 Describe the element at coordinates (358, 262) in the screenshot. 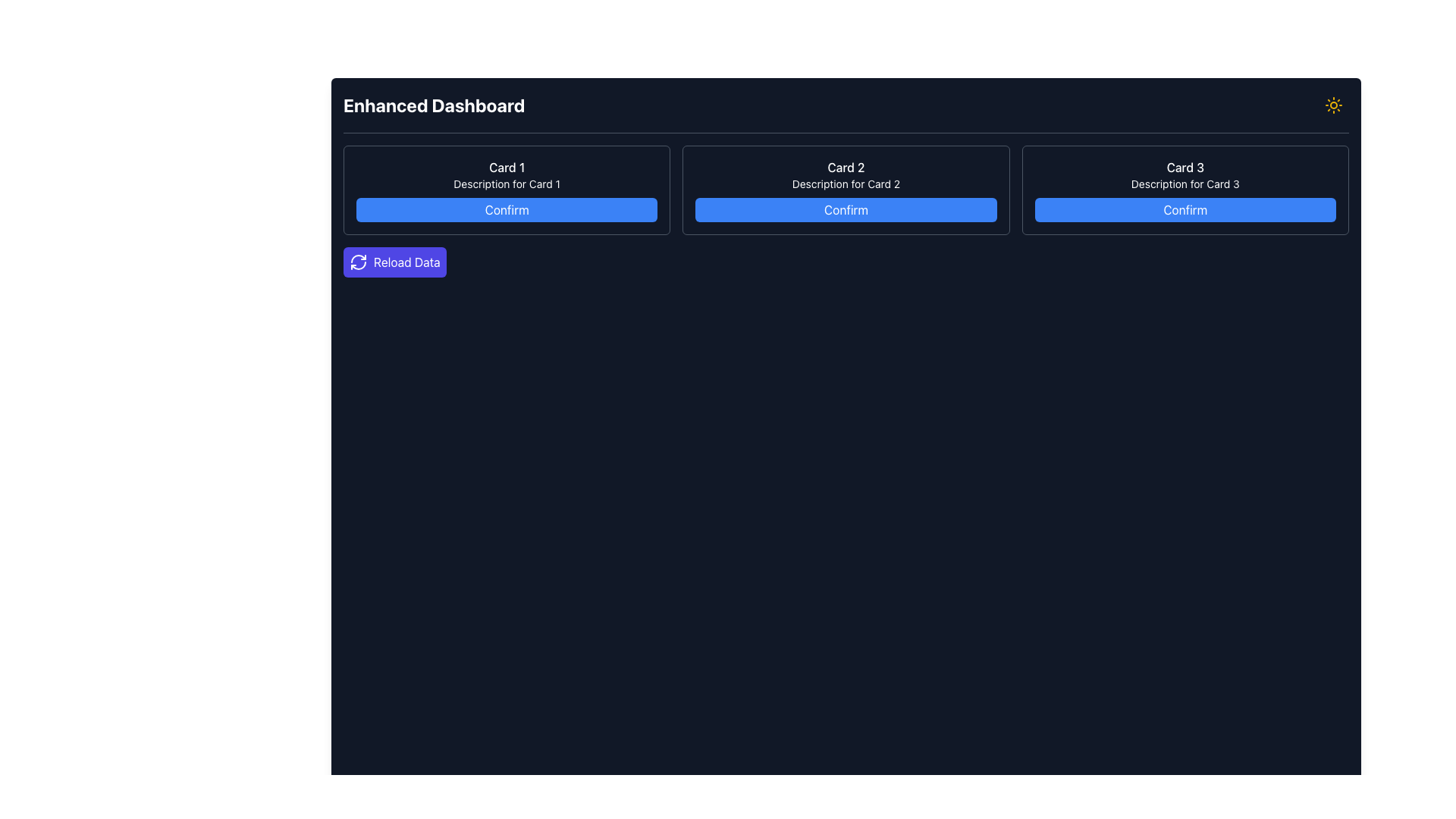

I see `the circular arrow icon representing a refresh action` at that location.